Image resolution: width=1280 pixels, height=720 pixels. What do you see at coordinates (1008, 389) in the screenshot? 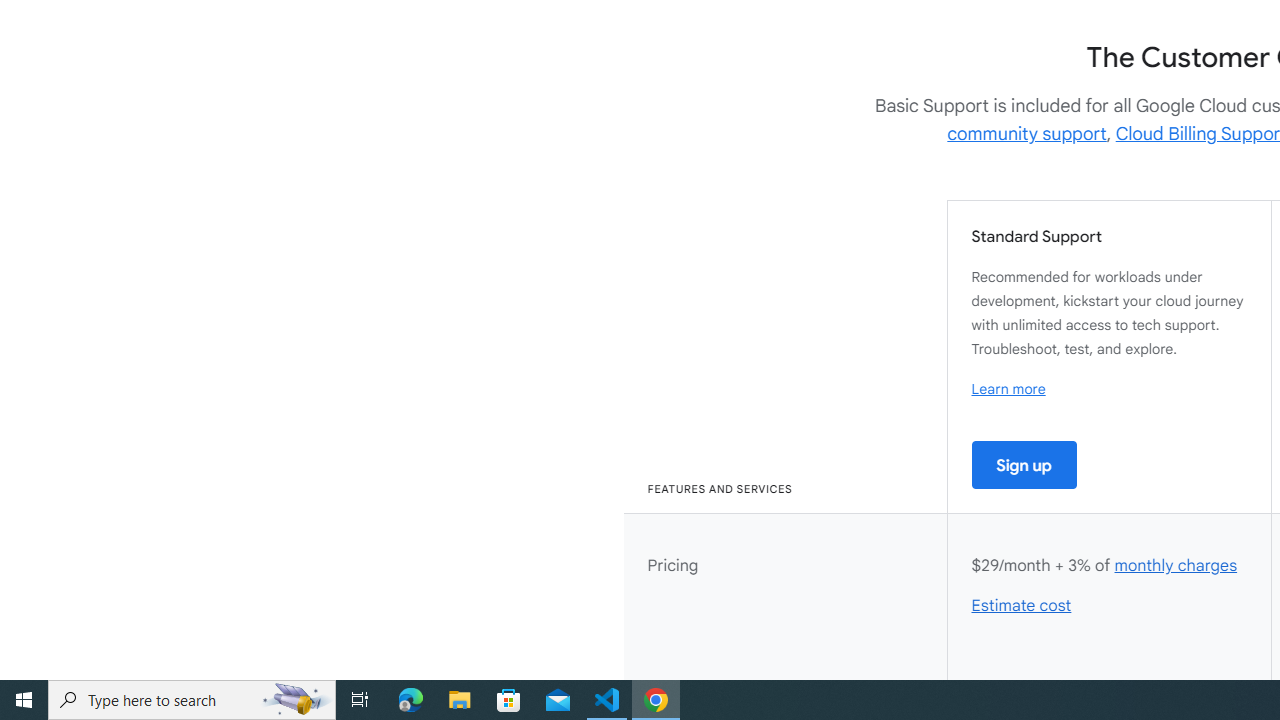
I see `'Learn more'` at bounding box center [1008, 389].